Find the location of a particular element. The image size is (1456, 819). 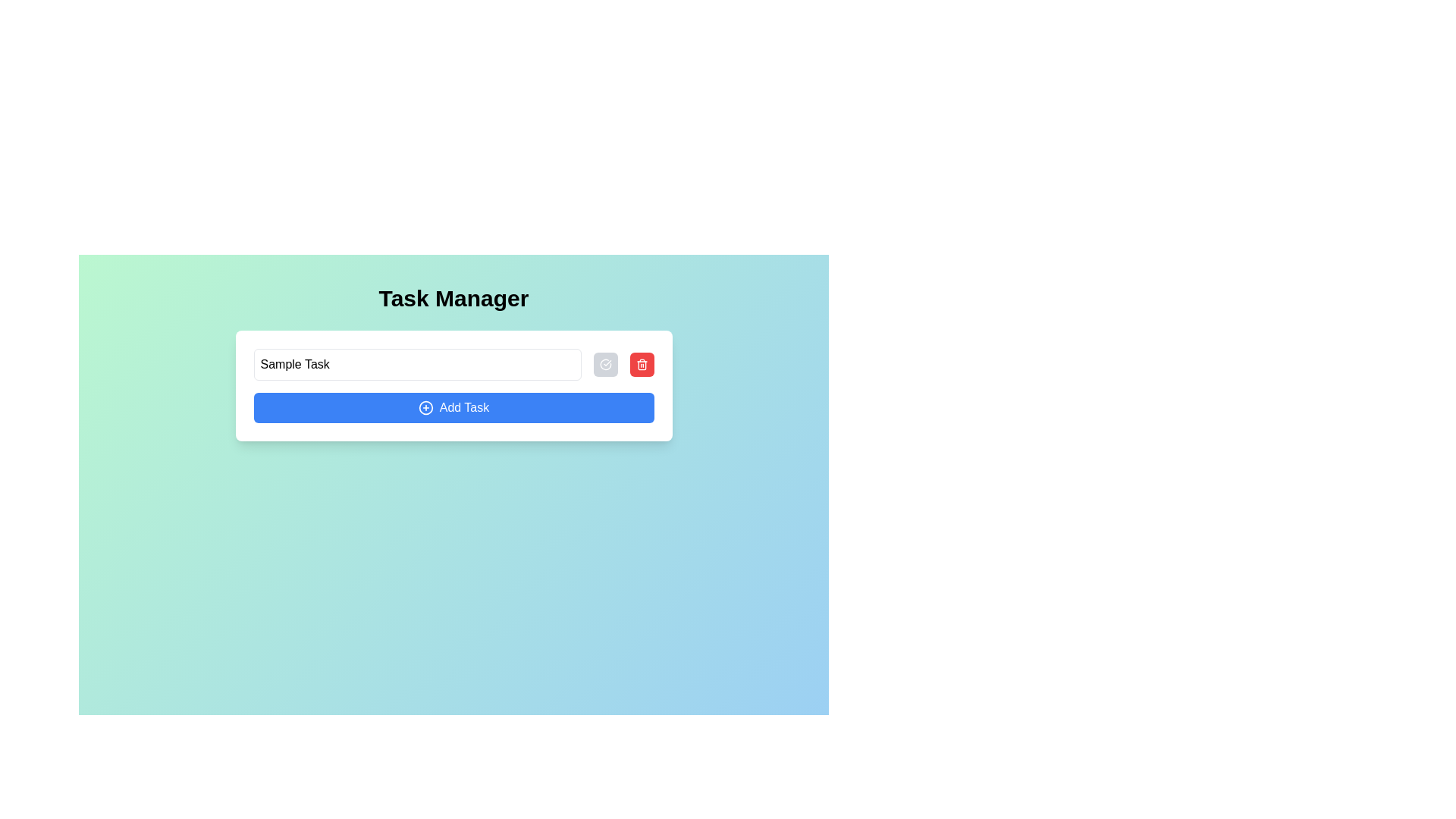

the red button that allows users is located at coordinates (642, 365).